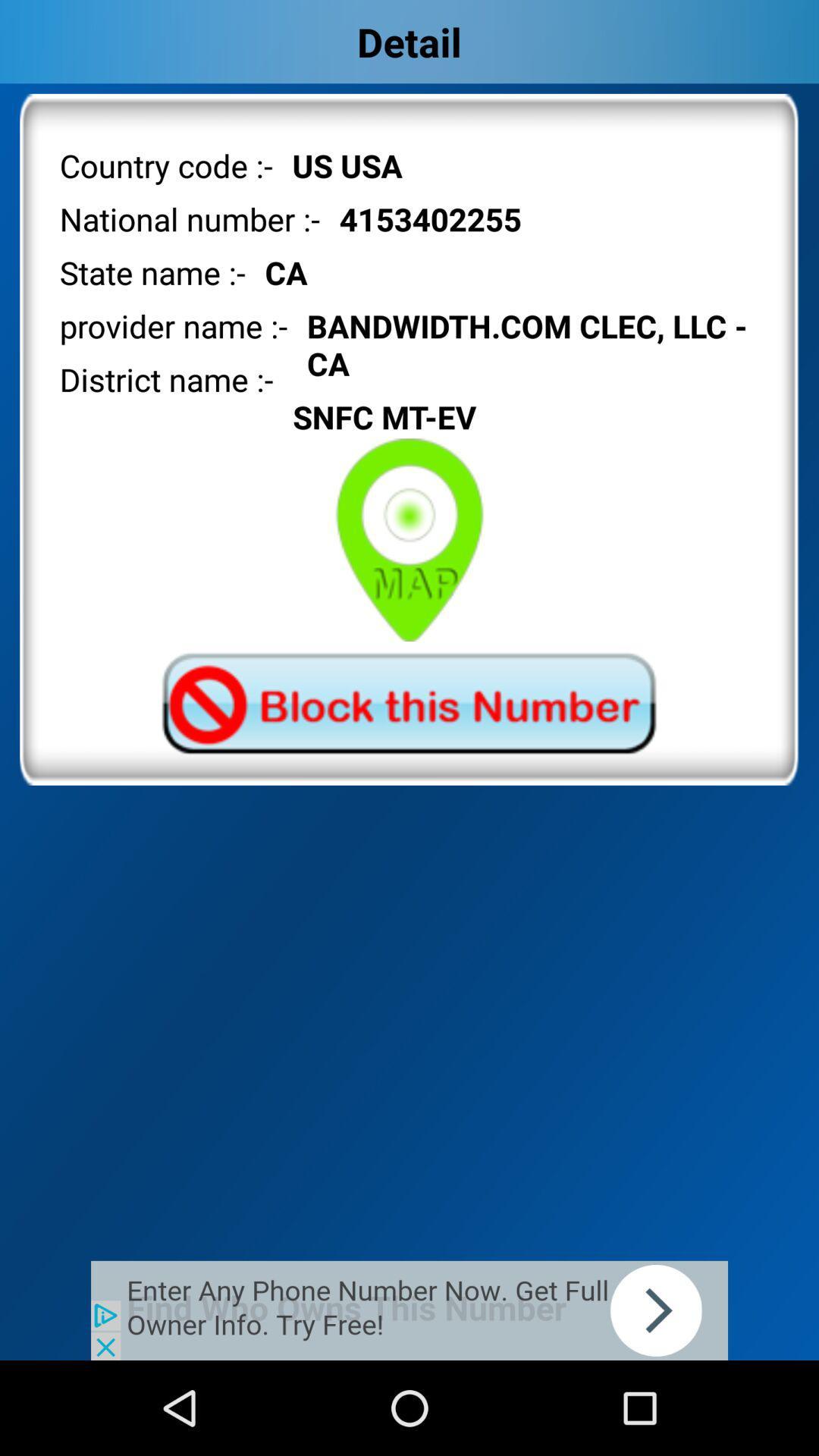  Describe the element at coordinates (408, 702) in the screenshot. I see `phone number` at that location.